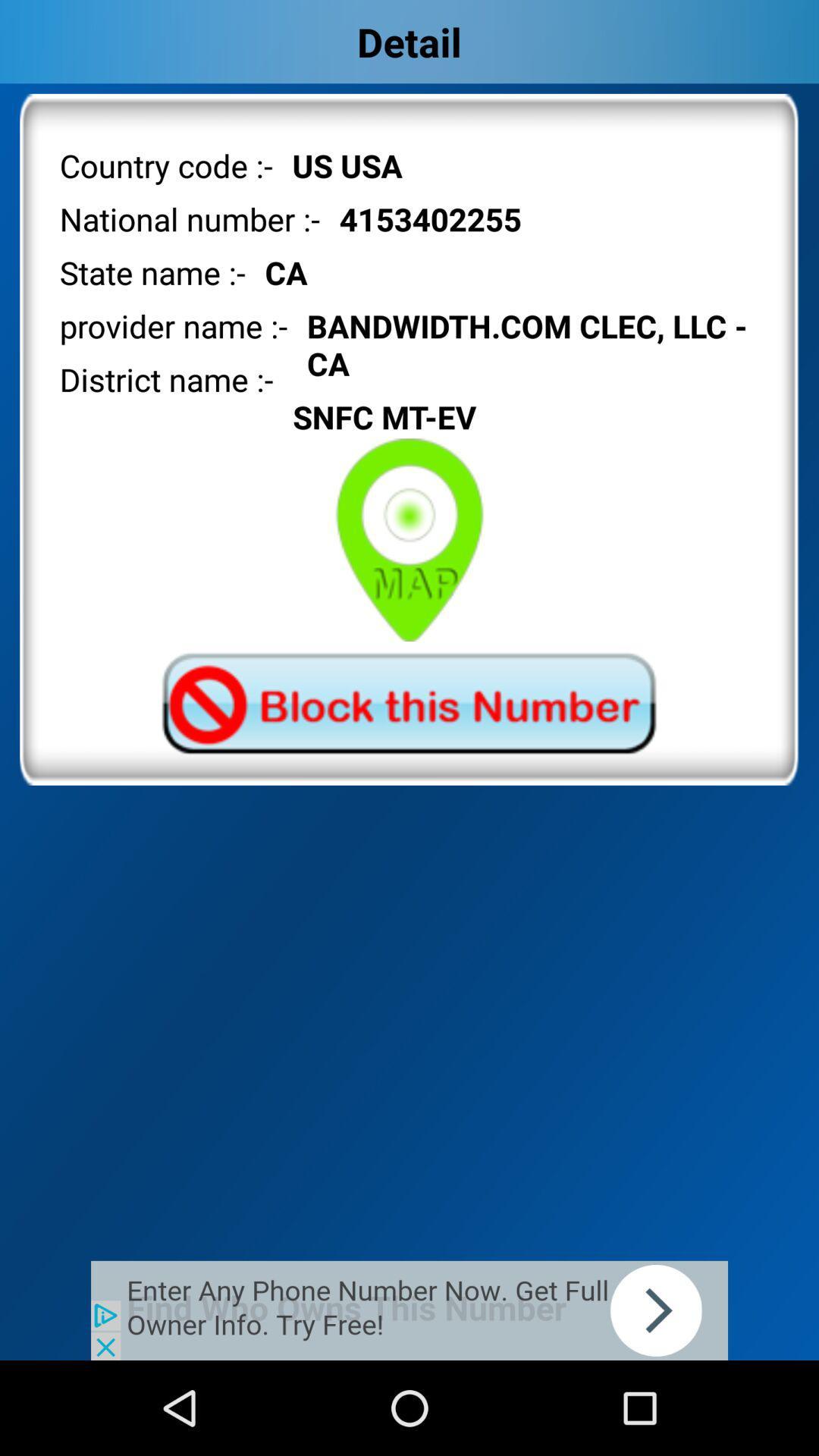  Describe the element at coordinates (408, 702) in the screenshot. I see `phone number` at that location.